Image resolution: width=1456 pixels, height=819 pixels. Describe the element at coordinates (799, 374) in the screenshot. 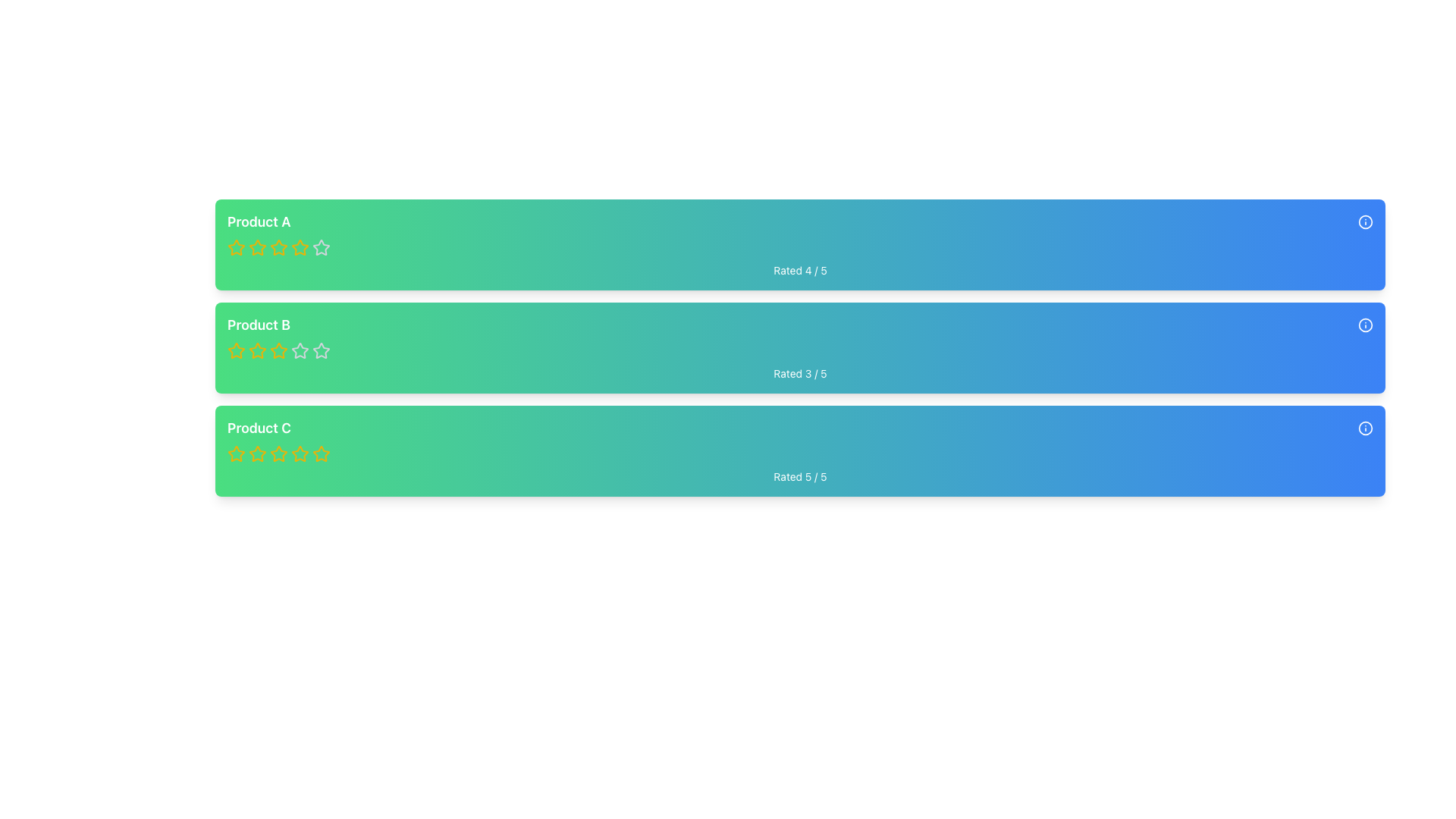

I see `the Text Label that represents the rating of 'Product B', located below the star rating and centered horizontally at the bottom of the component` at that location.